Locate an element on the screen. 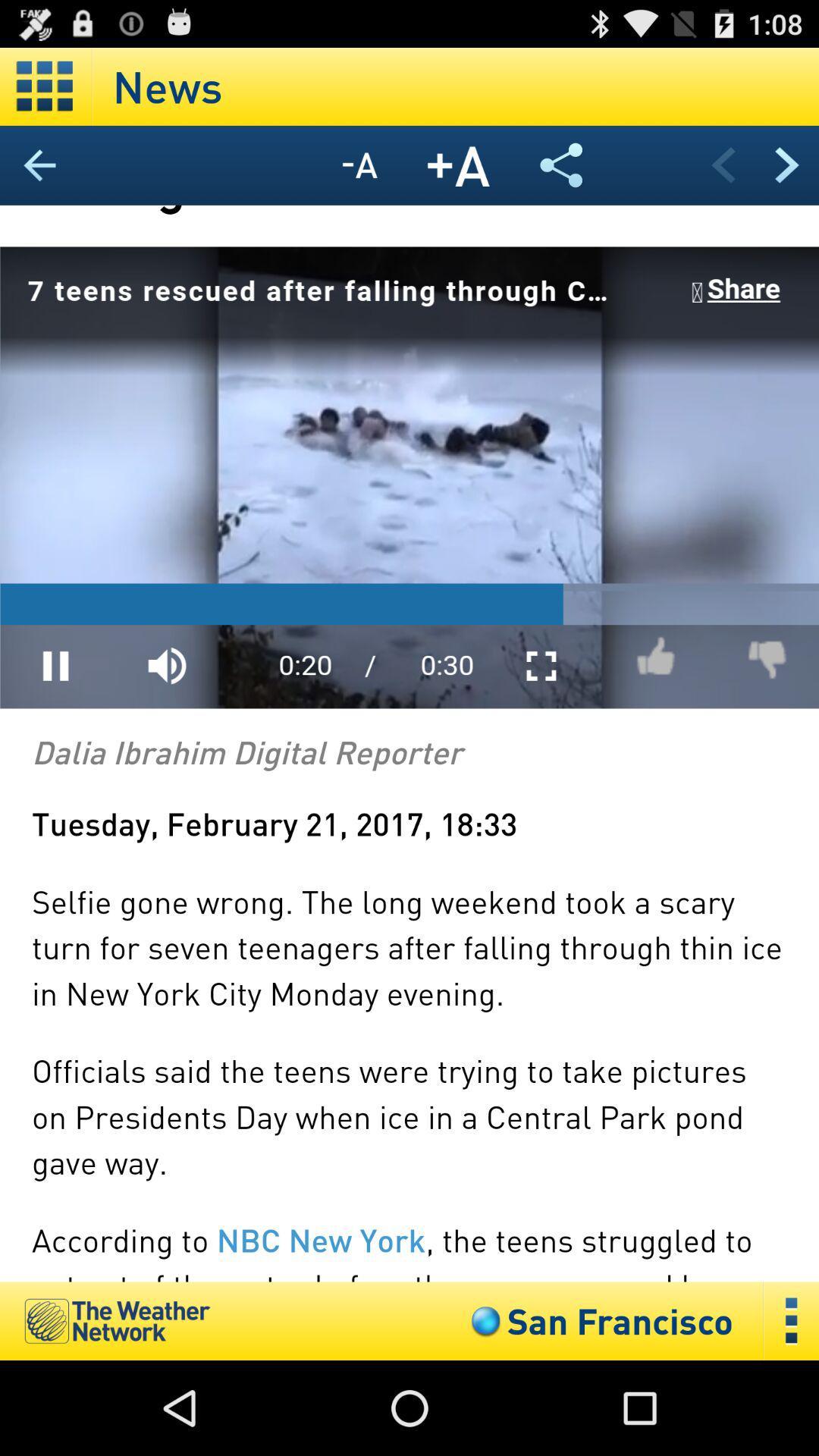 This screenshot has height=1456, width=819. increase font size is located at coordinates (458, 165).